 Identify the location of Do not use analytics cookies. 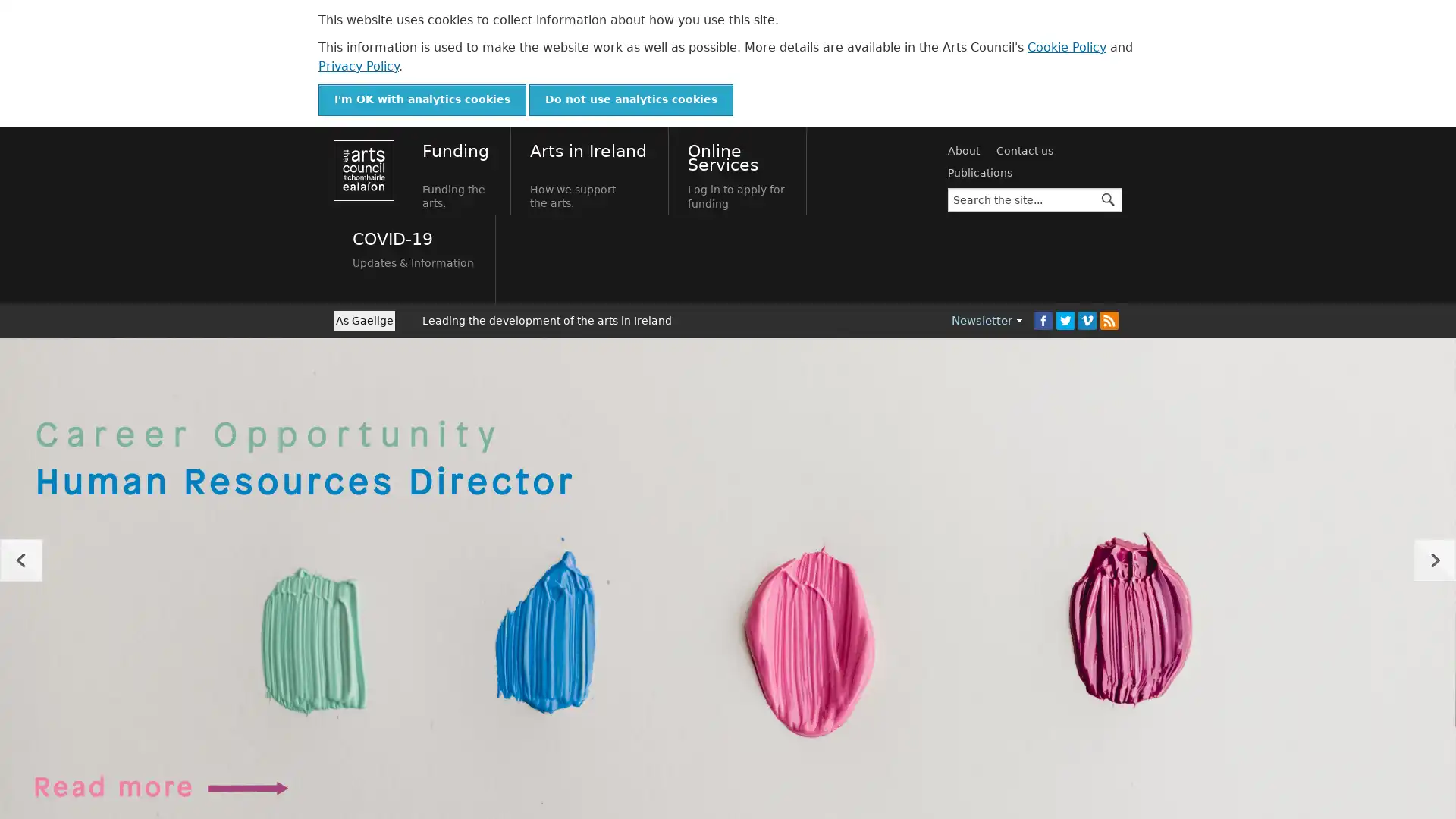
(631, 99).